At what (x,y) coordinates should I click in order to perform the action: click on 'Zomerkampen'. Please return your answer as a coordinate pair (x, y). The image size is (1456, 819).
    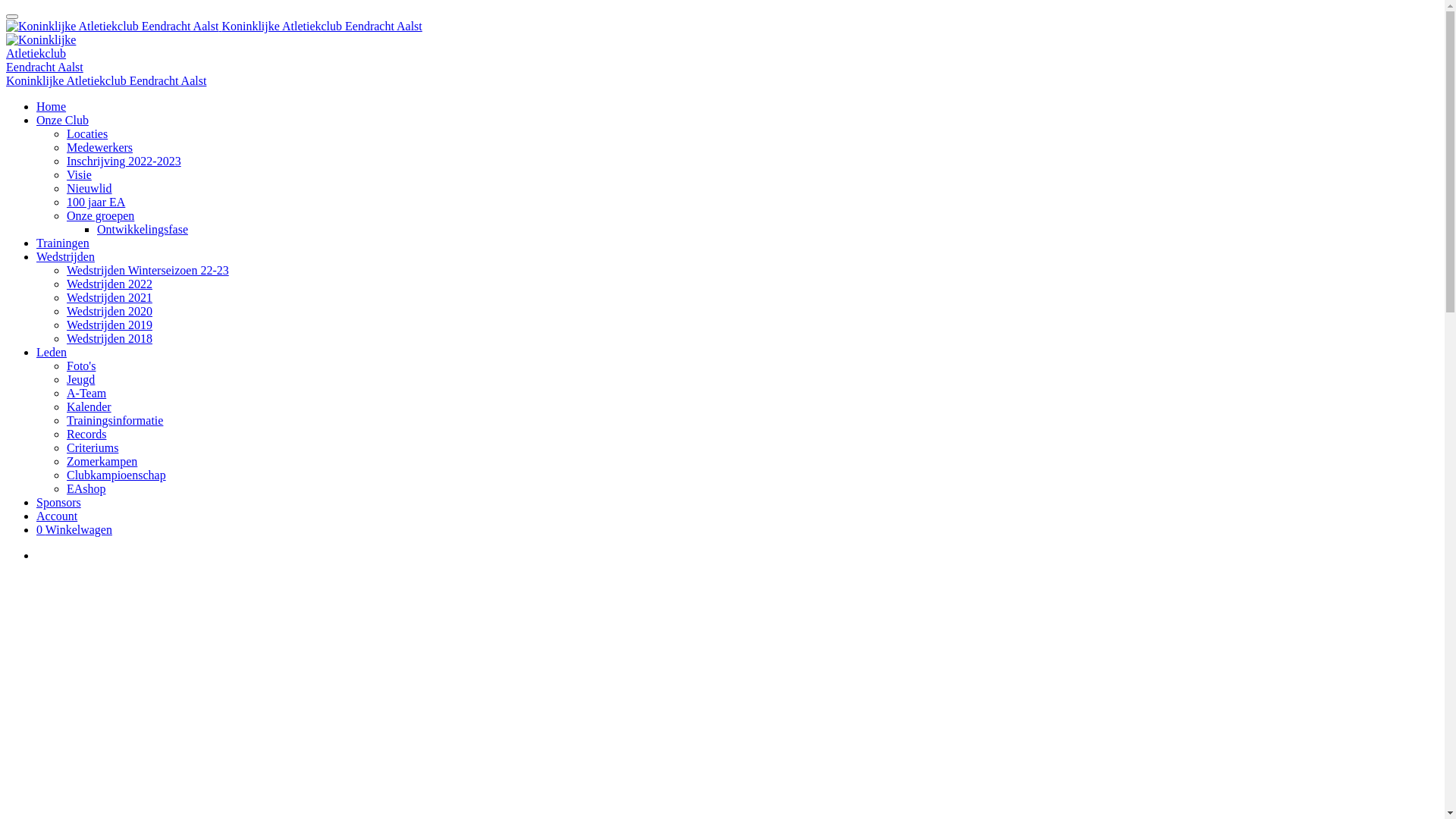
    Looking at the image, I should click on (101, 460).